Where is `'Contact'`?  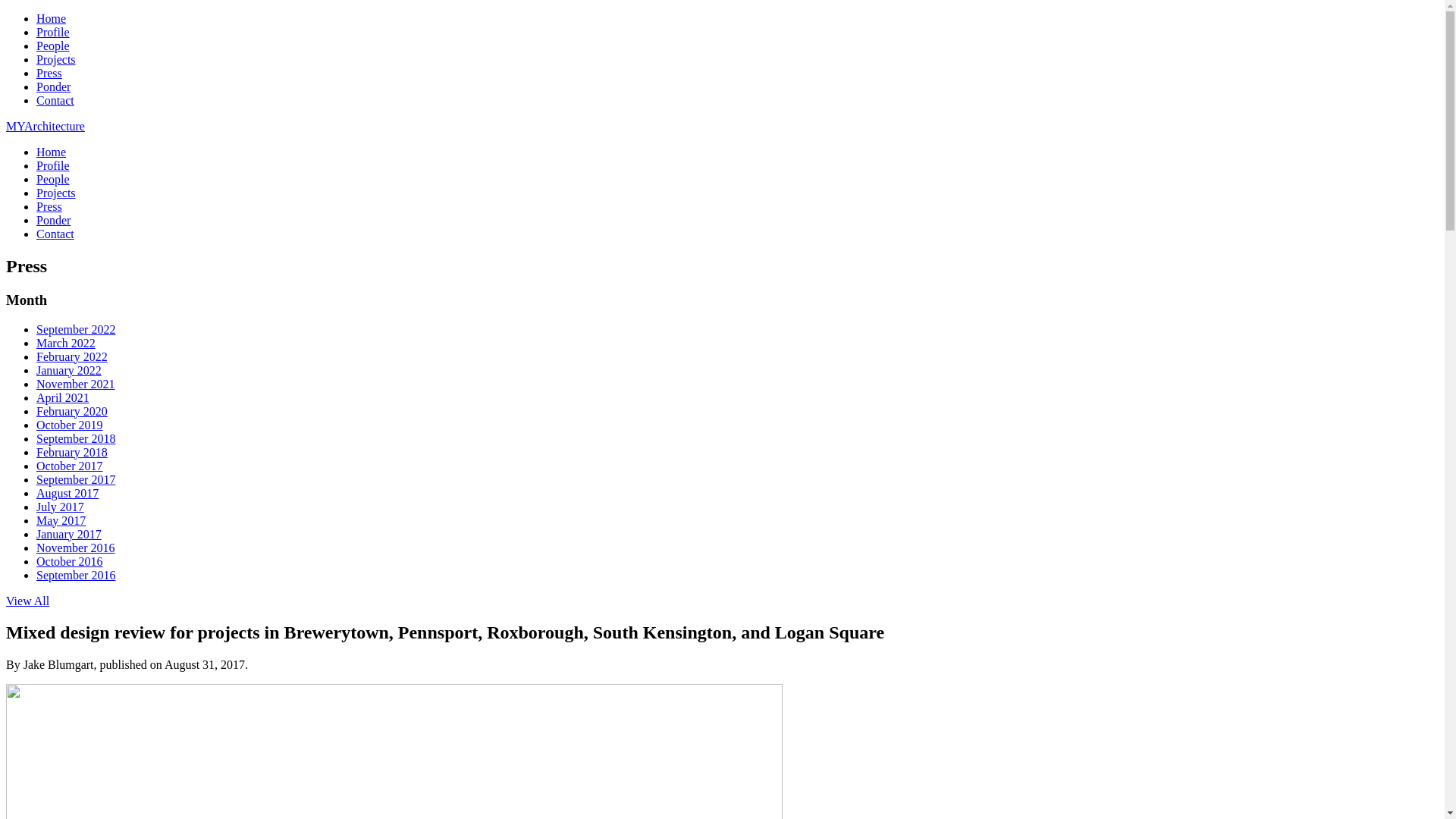 'Contact' is located at coordinates (55, 234).